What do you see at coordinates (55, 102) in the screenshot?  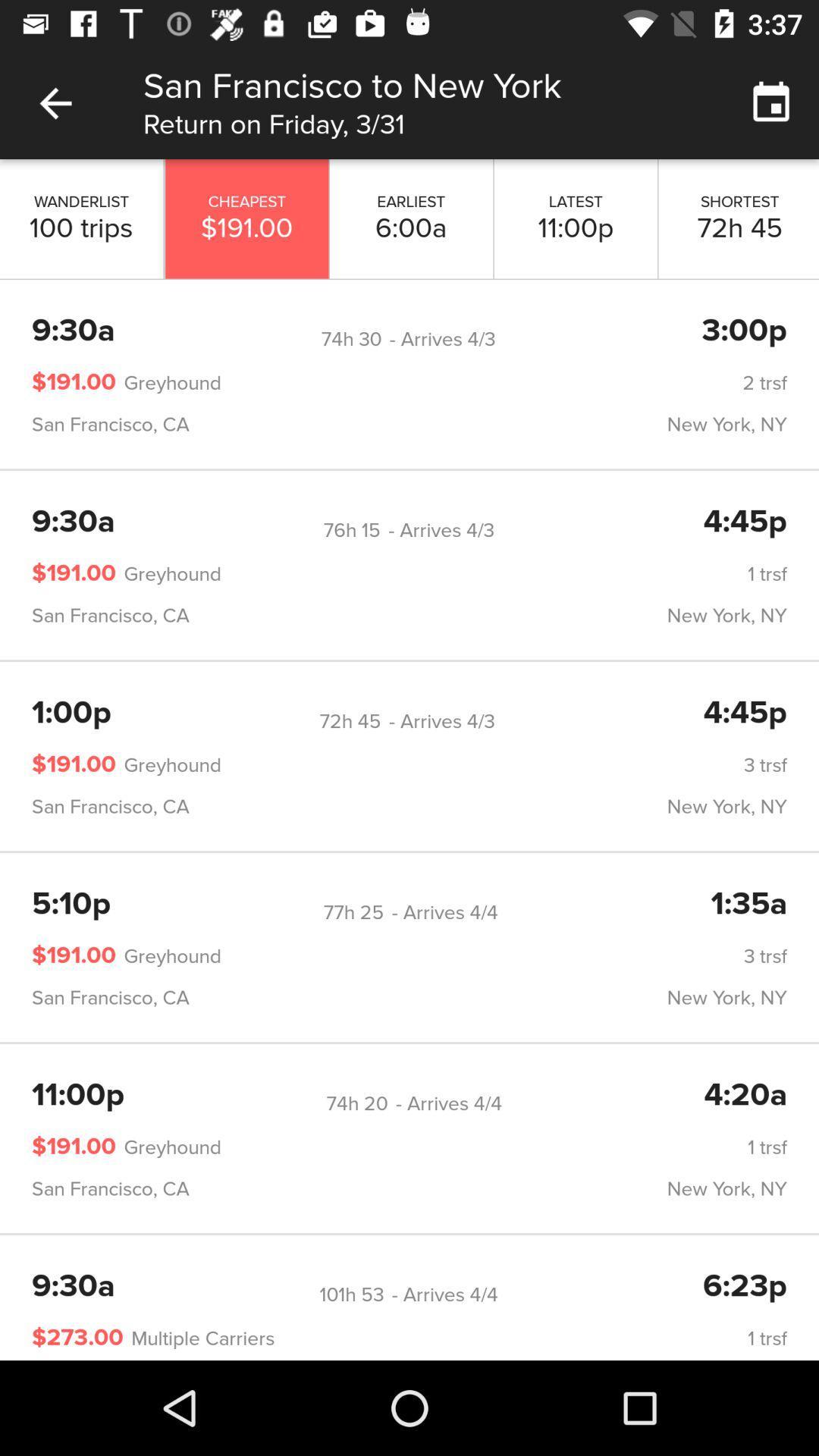 I see `return to previous page` at bounding box center [55, 102].